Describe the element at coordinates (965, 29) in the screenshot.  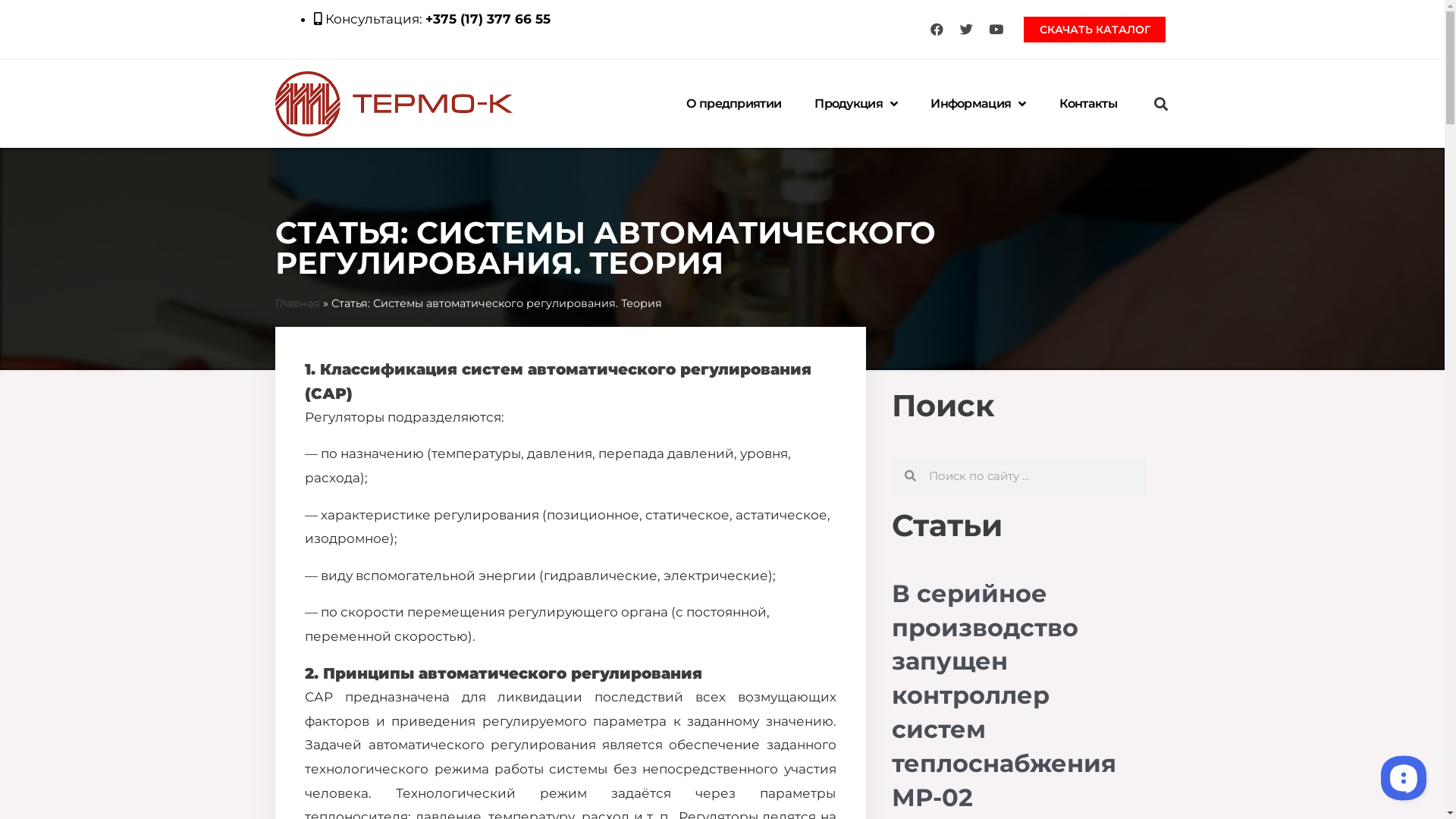
I see `'Twitter'` at that location.